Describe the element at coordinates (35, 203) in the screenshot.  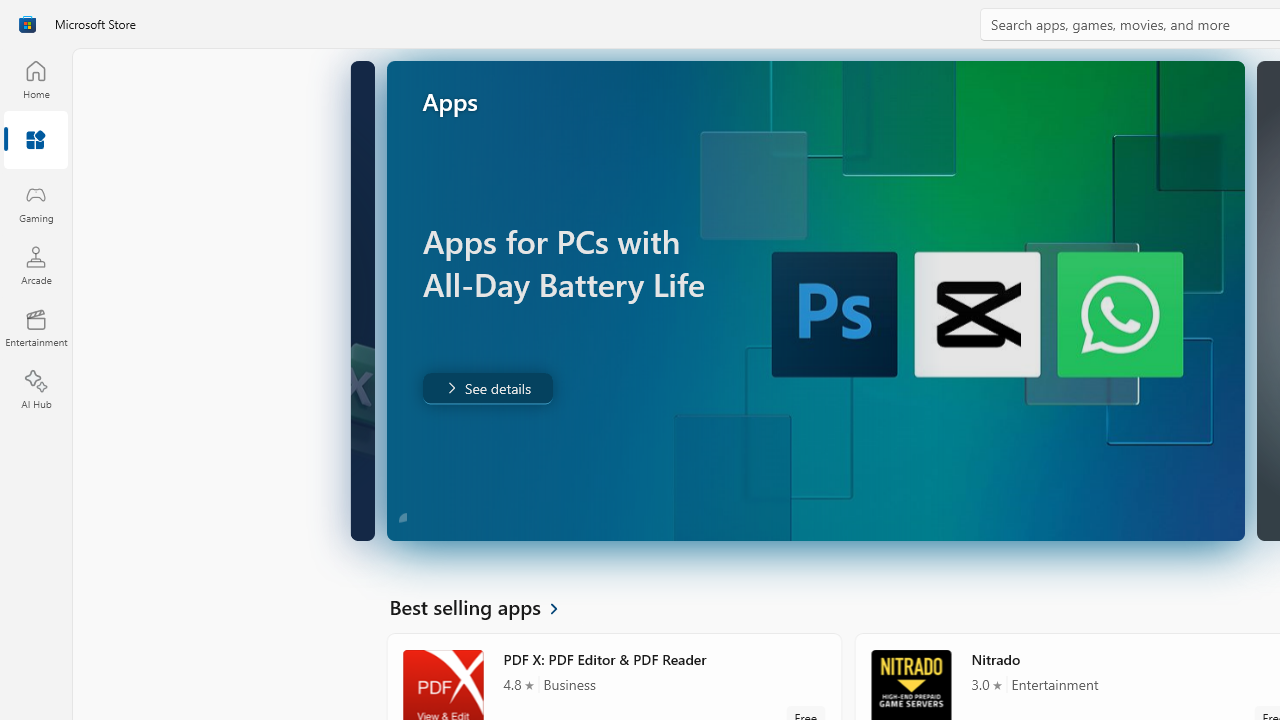
I see `'Gaming'` at that location.